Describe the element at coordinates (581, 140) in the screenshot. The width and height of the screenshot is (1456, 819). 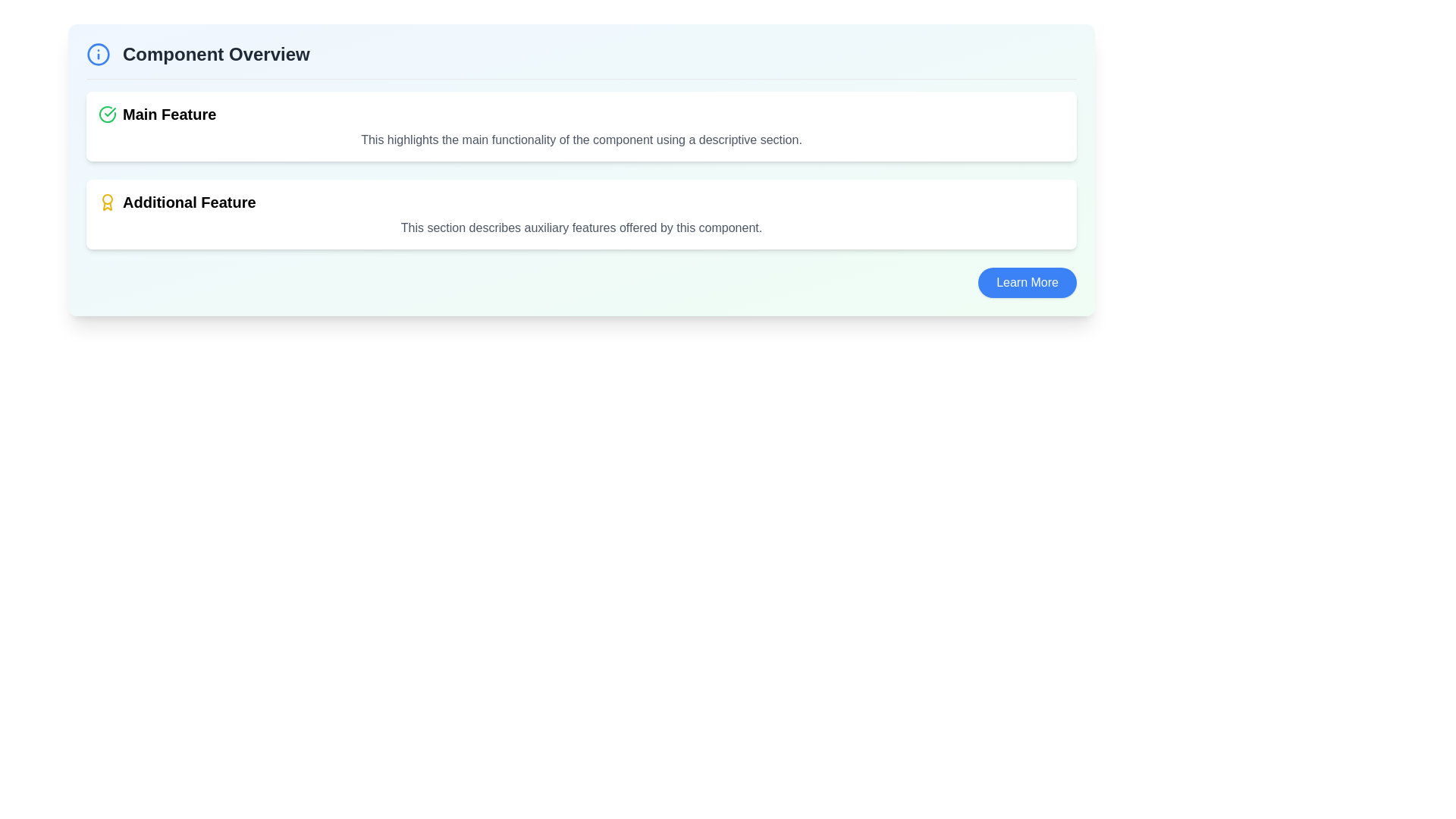
I see `descriptive text element located beneath the heading 'Main Feature', which reads: 'This highlights the main functionality of the component using a descriptive section.'` at that location.